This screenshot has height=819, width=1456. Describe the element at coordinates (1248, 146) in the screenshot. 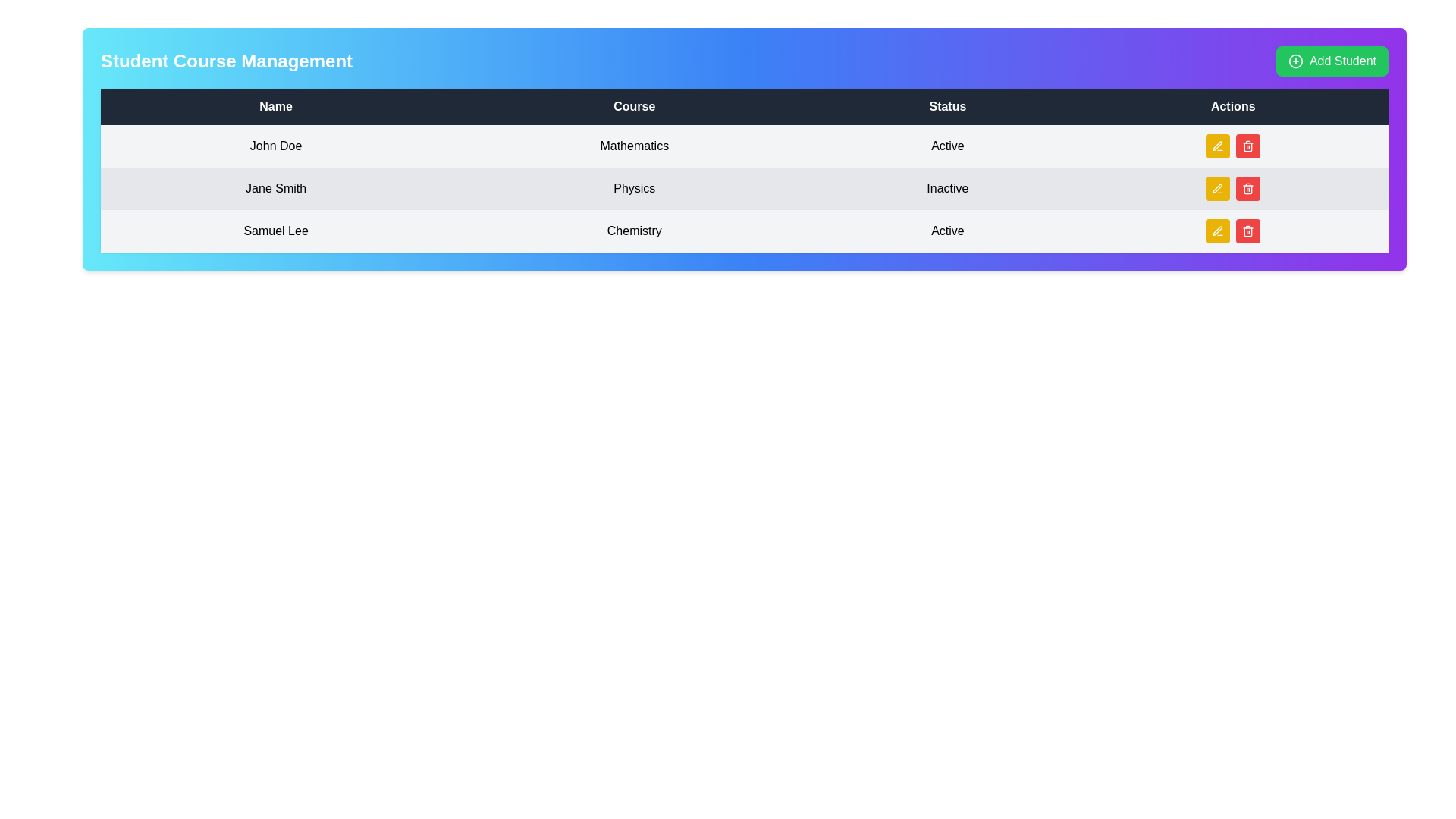

I see `the trash can icon button located in the third row under the 'Actions' column in the table` at that location.